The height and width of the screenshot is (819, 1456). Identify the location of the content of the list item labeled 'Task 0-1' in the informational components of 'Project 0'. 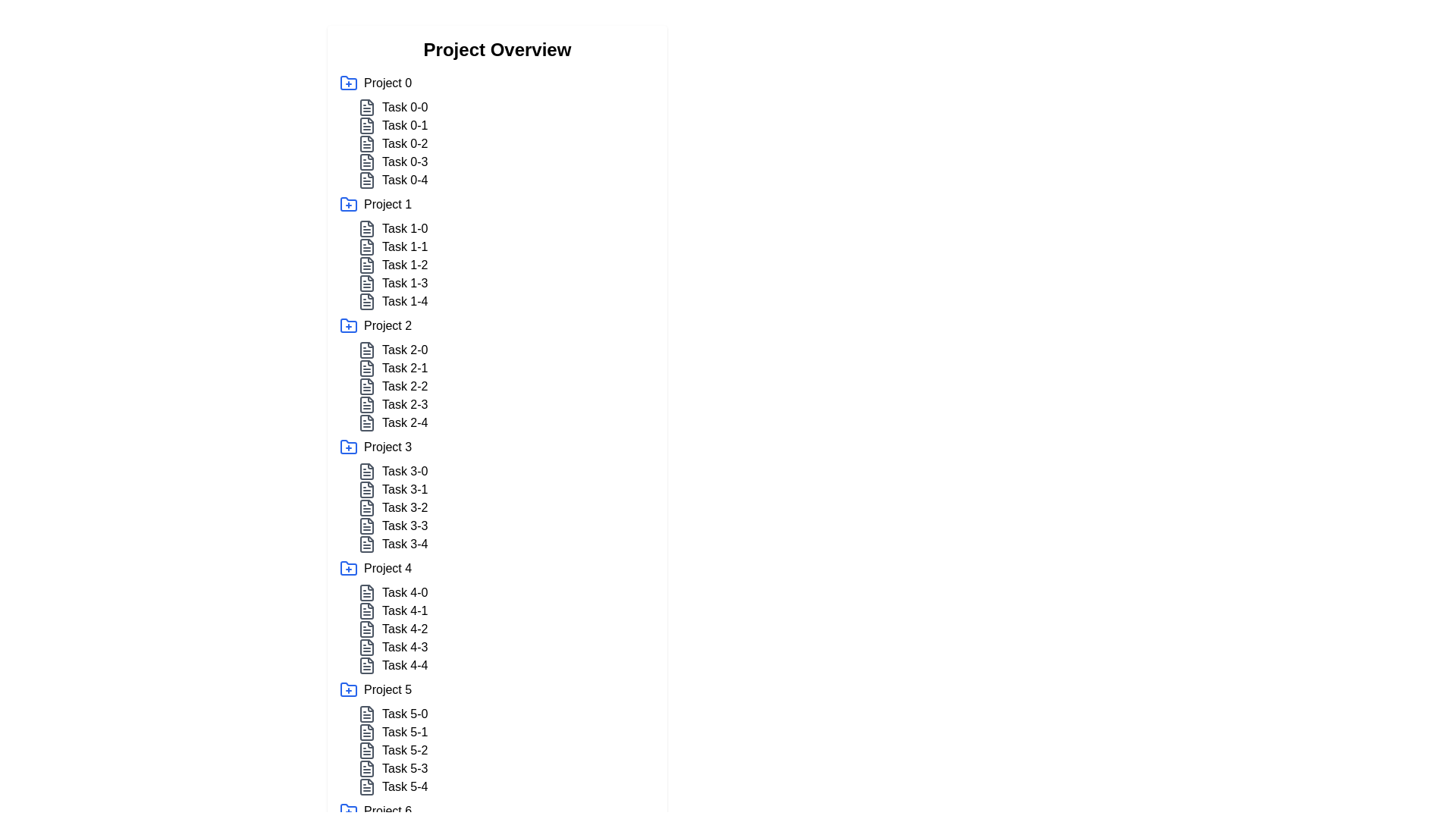
(506, 143).